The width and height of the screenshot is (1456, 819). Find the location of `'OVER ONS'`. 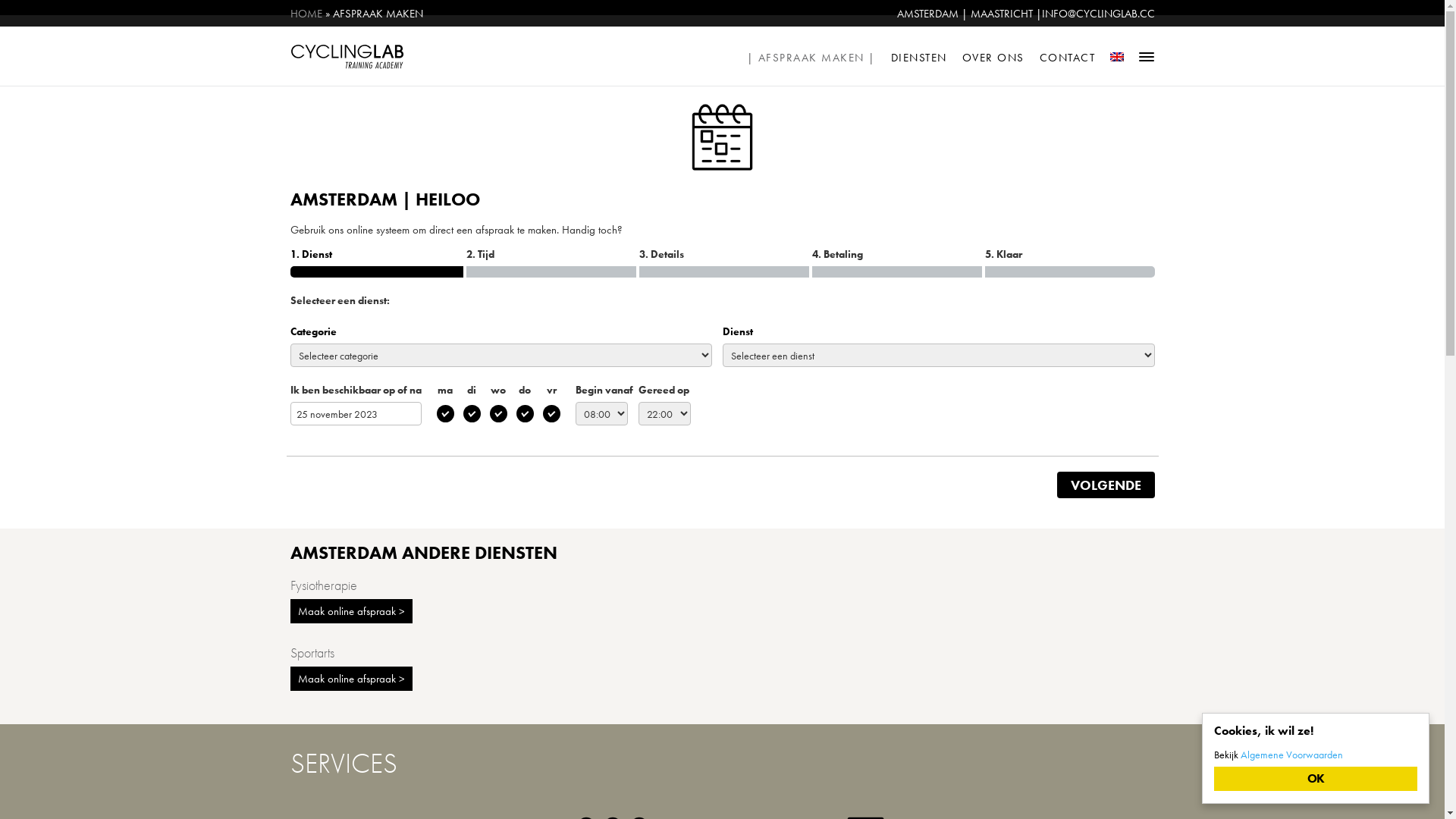

'OVER ONS' is located at coordinates (993, 55).